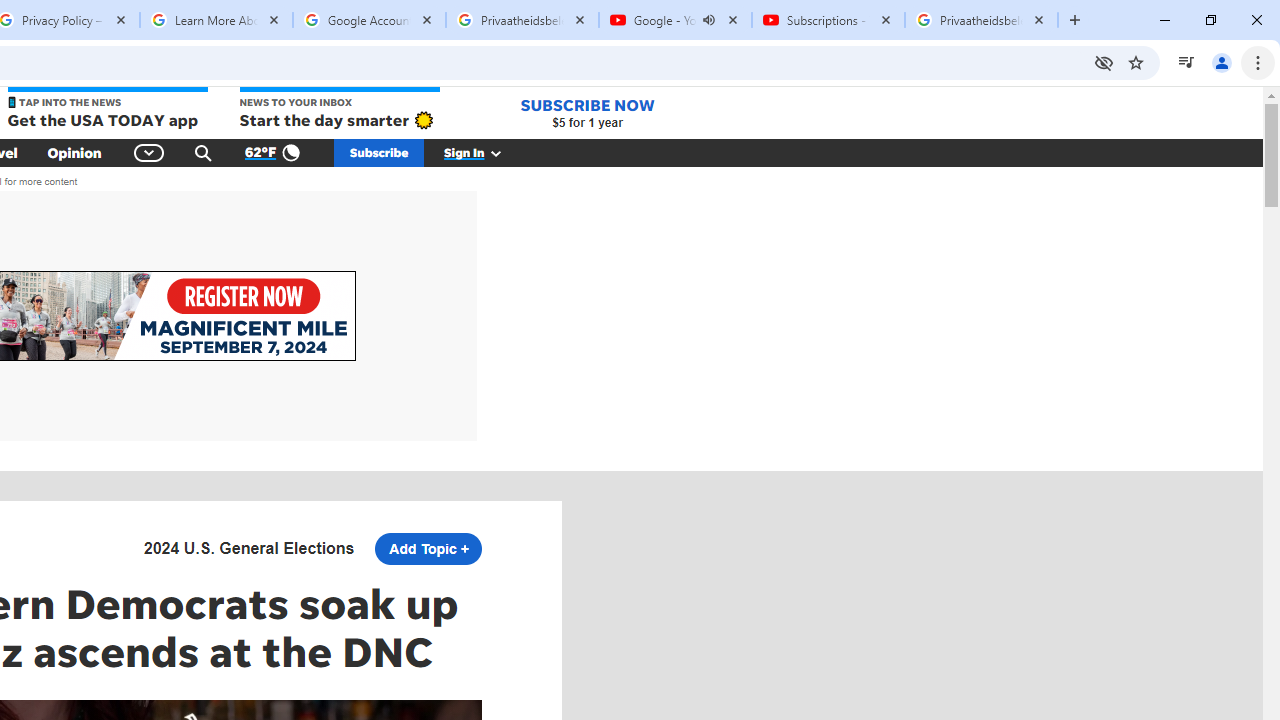 Image resolution: width=1280 pixels, height=720 pixels. I want to click on 'Mute tab', so click(709, 20).